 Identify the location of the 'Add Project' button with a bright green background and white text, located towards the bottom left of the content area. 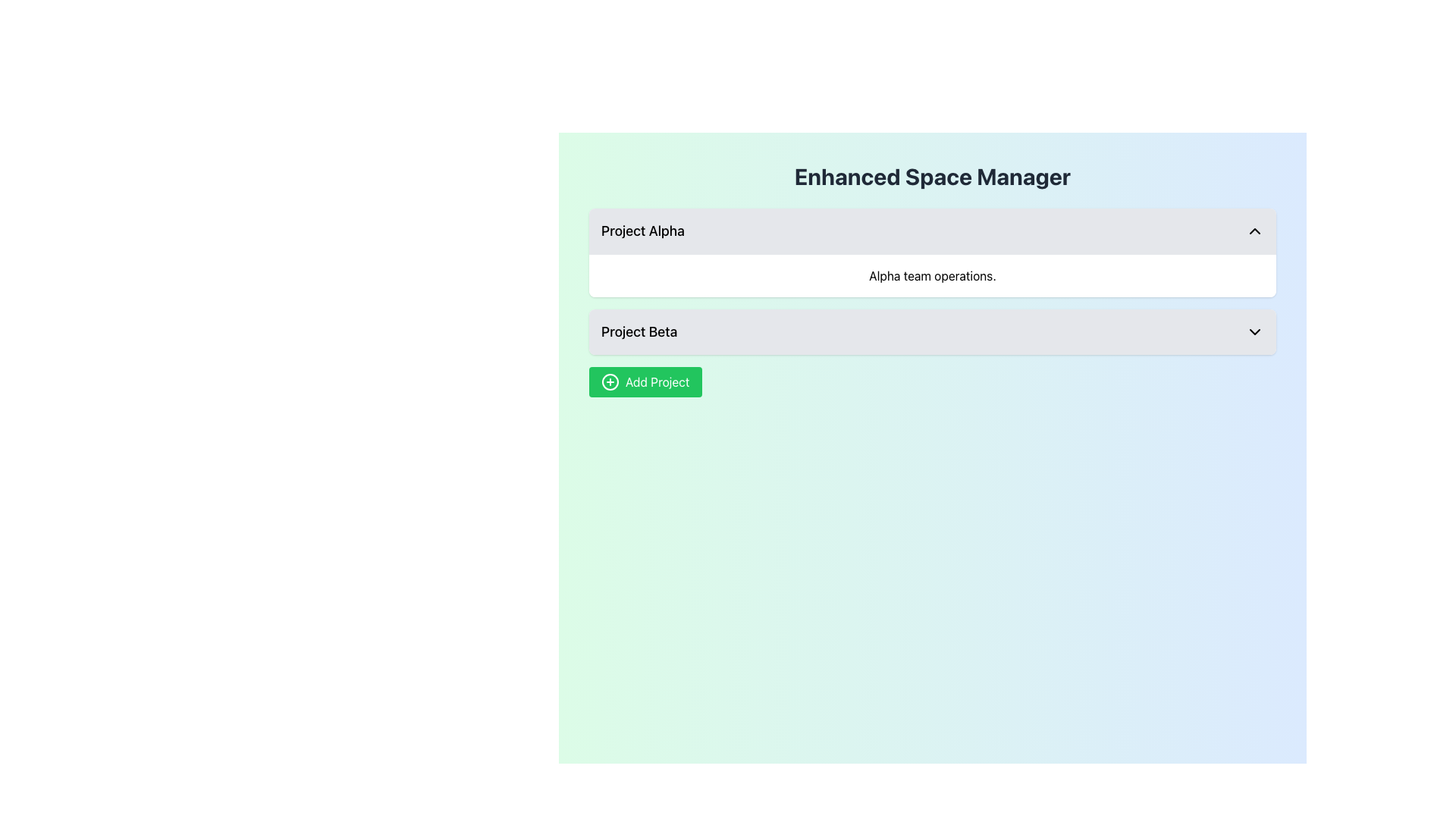
(645, 381).